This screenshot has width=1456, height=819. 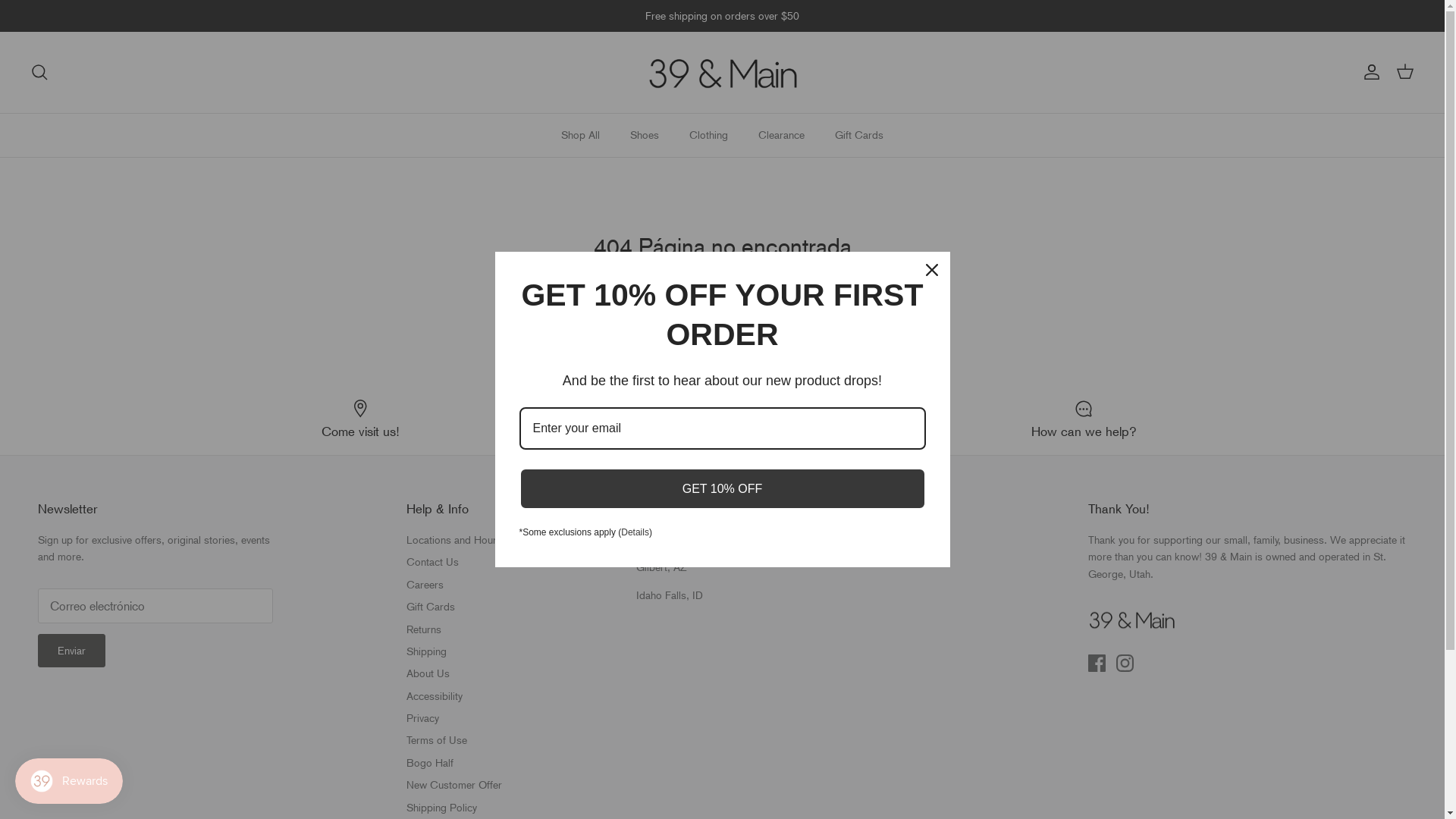 I want to click on 'Shipping Policy', so click(x=406, y=806).